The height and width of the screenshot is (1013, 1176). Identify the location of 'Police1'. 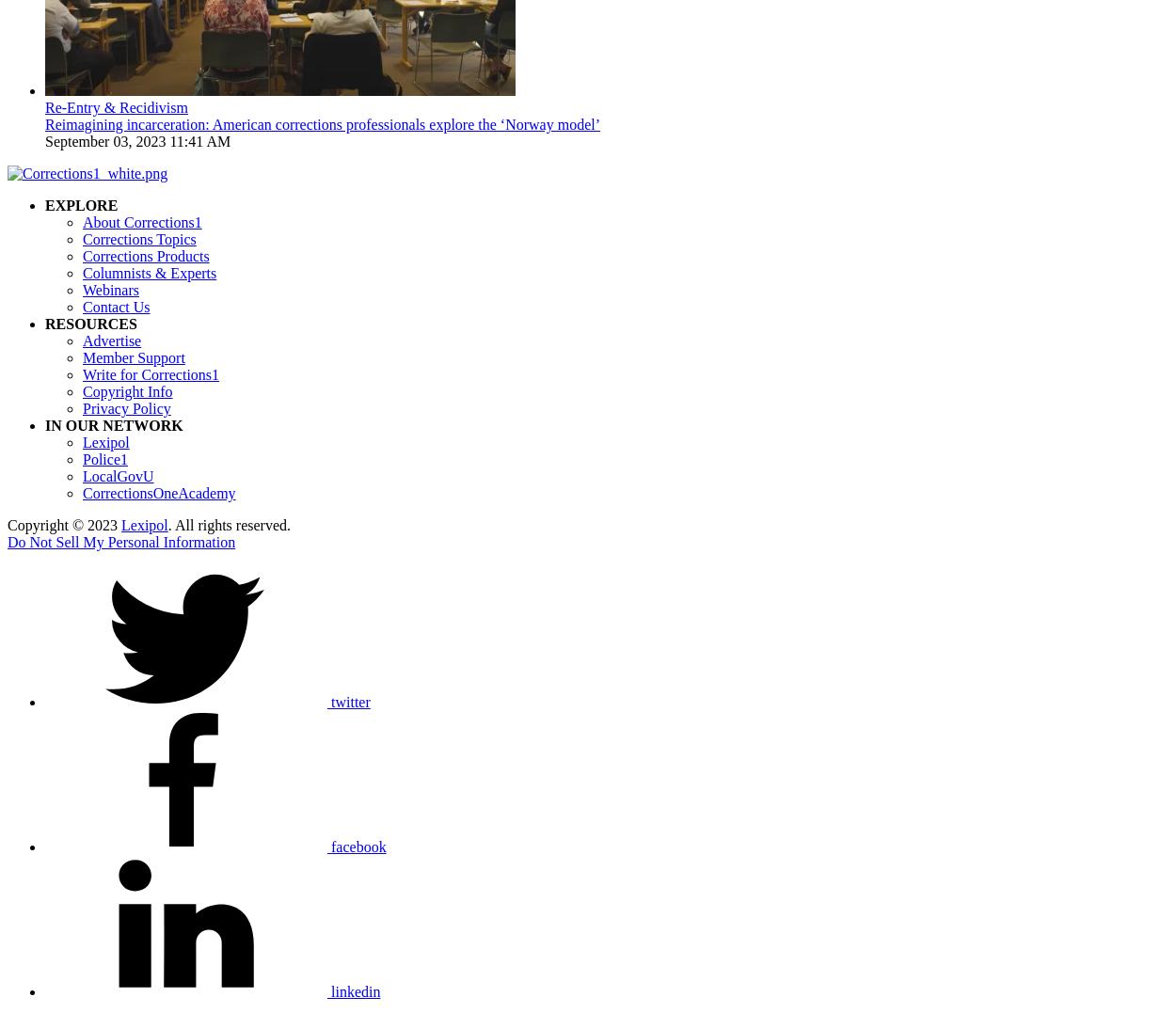
(104, 459).